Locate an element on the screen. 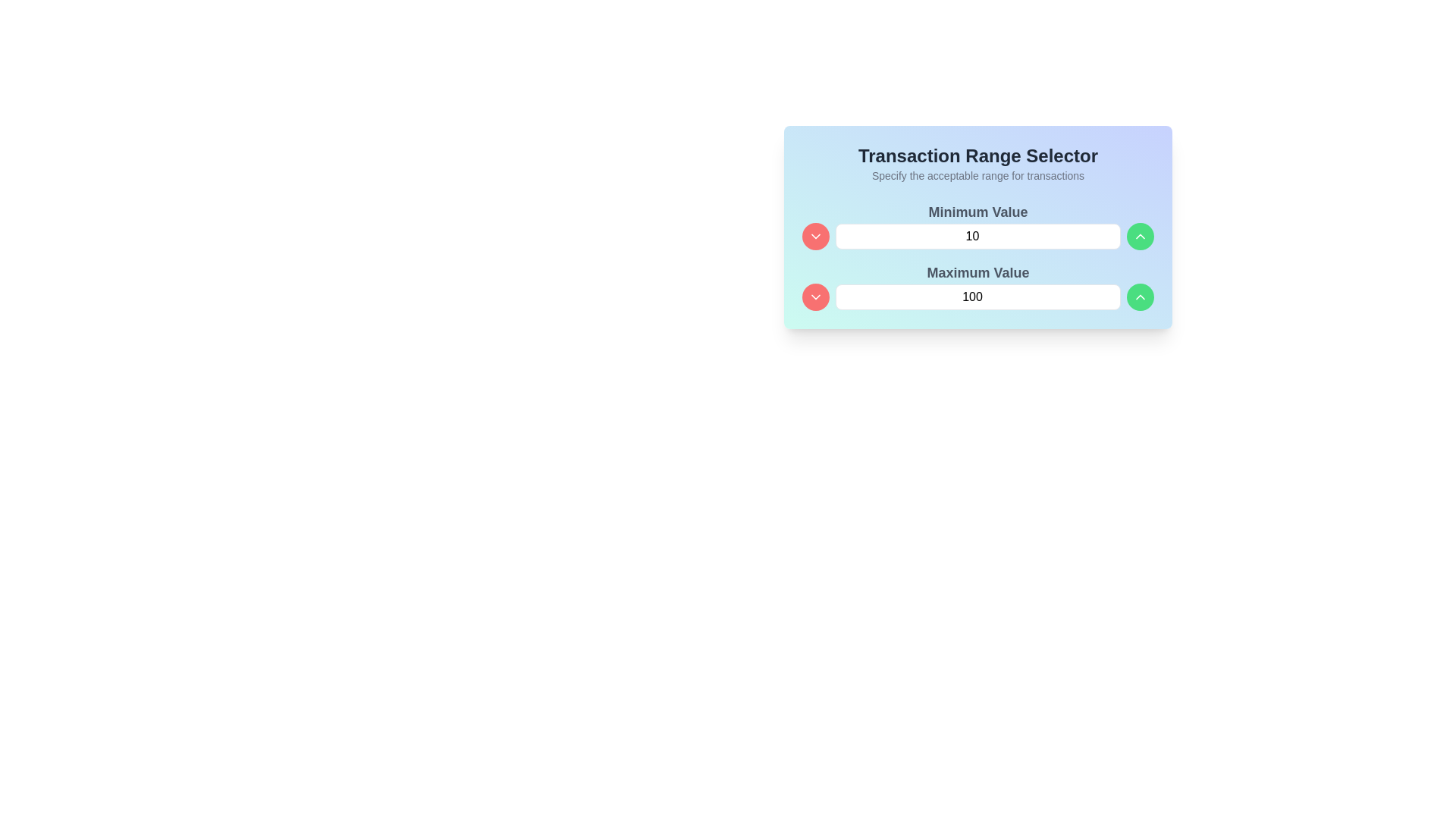 The width and height of the screenshot is (1456, 819). the numeric input field located in the 'Maximum Value' section of the 'Transaction Range Selector', which is centered between the red downward chevron button and the green upward chevron button is located at coordinates (978, 297).